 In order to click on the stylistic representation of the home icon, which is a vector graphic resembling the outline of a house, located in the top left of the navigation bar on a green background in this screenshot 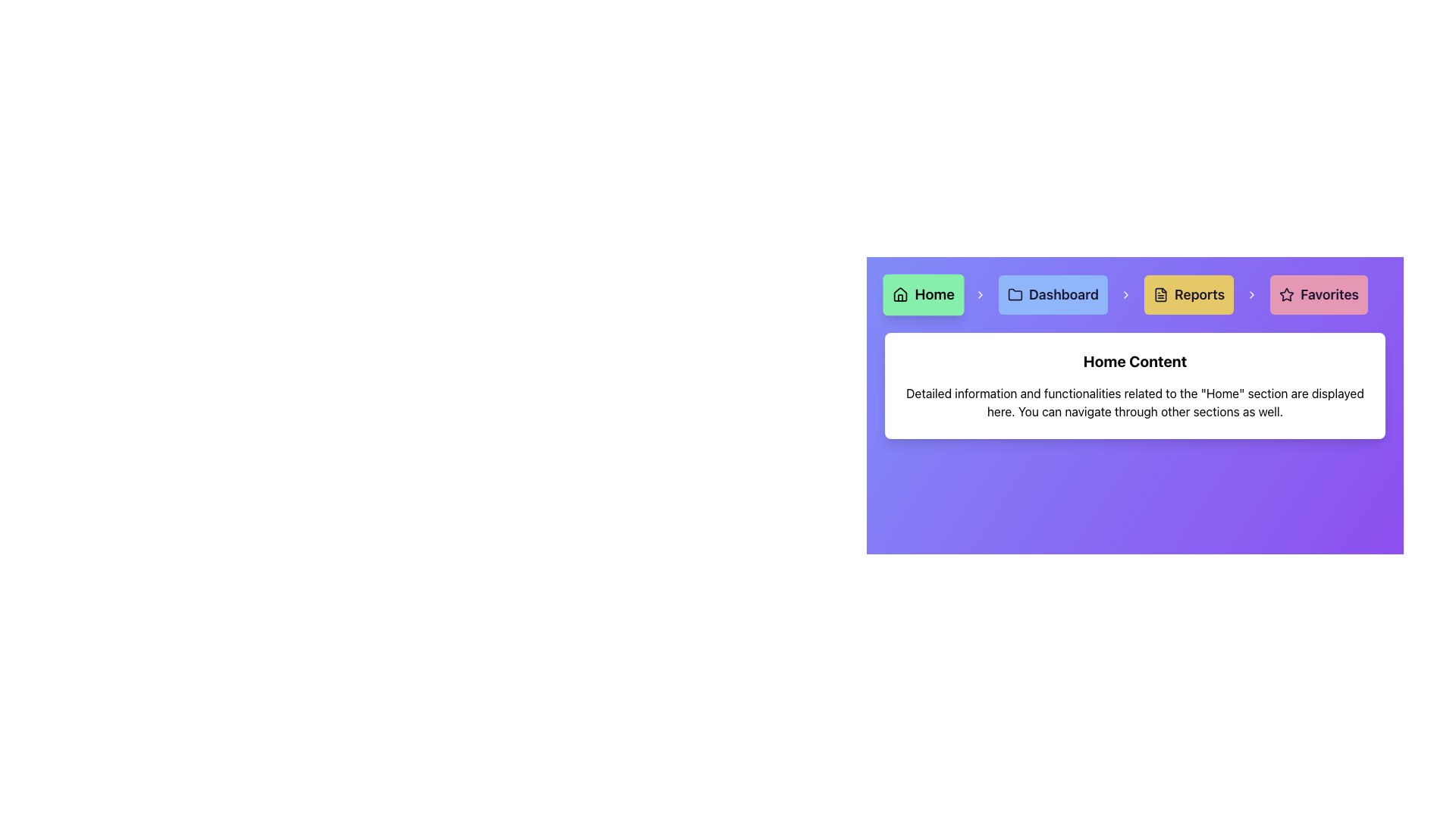, I will do `click(900, 294)`.